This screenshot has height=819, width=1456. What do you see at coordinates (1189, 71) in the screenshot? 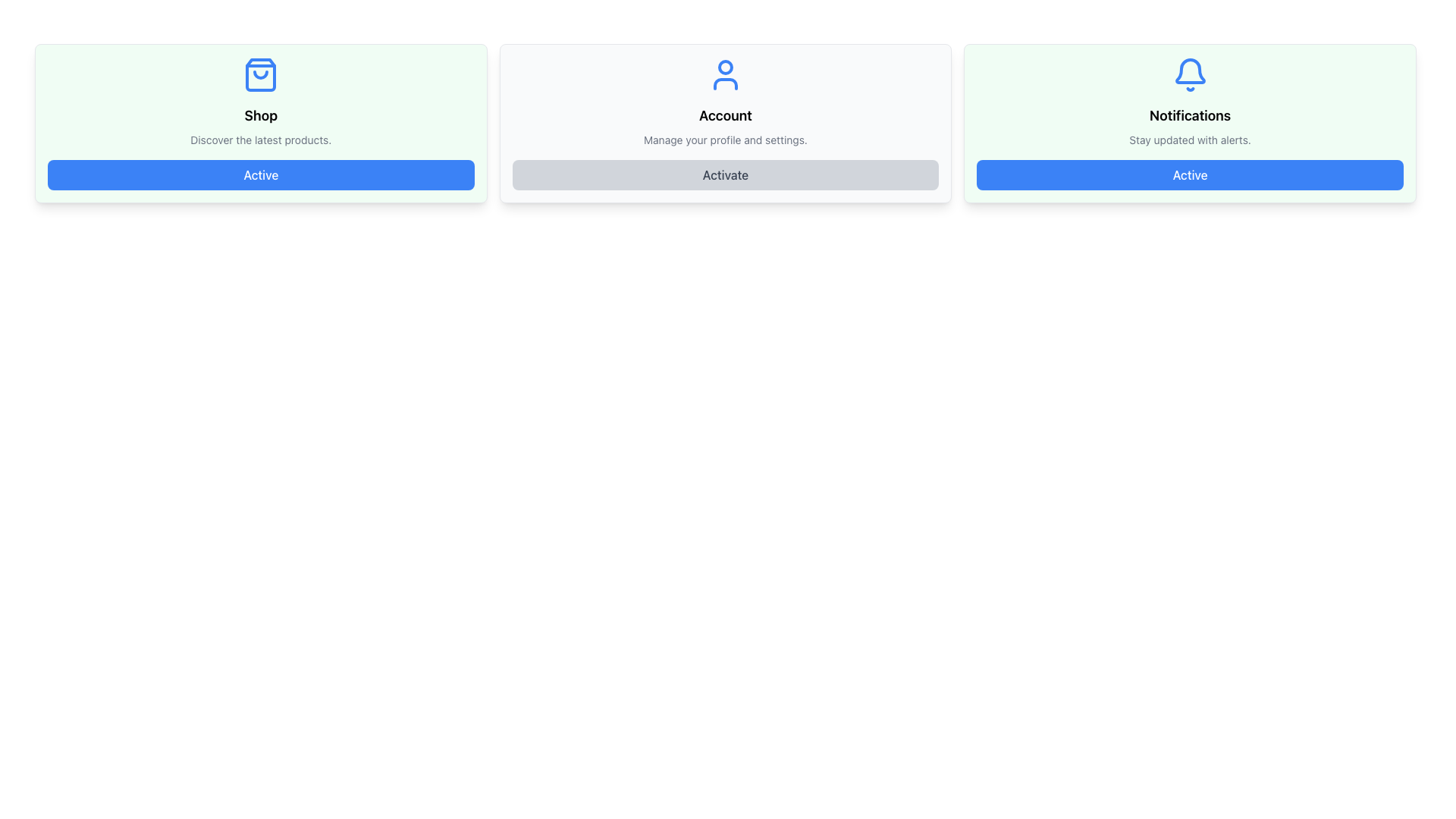
I see `the bell-shaped icon with a blue outline on a light green background, located within the 'Notifications' card, above the text 'Notifications'` at bounding box center [1189, 71].